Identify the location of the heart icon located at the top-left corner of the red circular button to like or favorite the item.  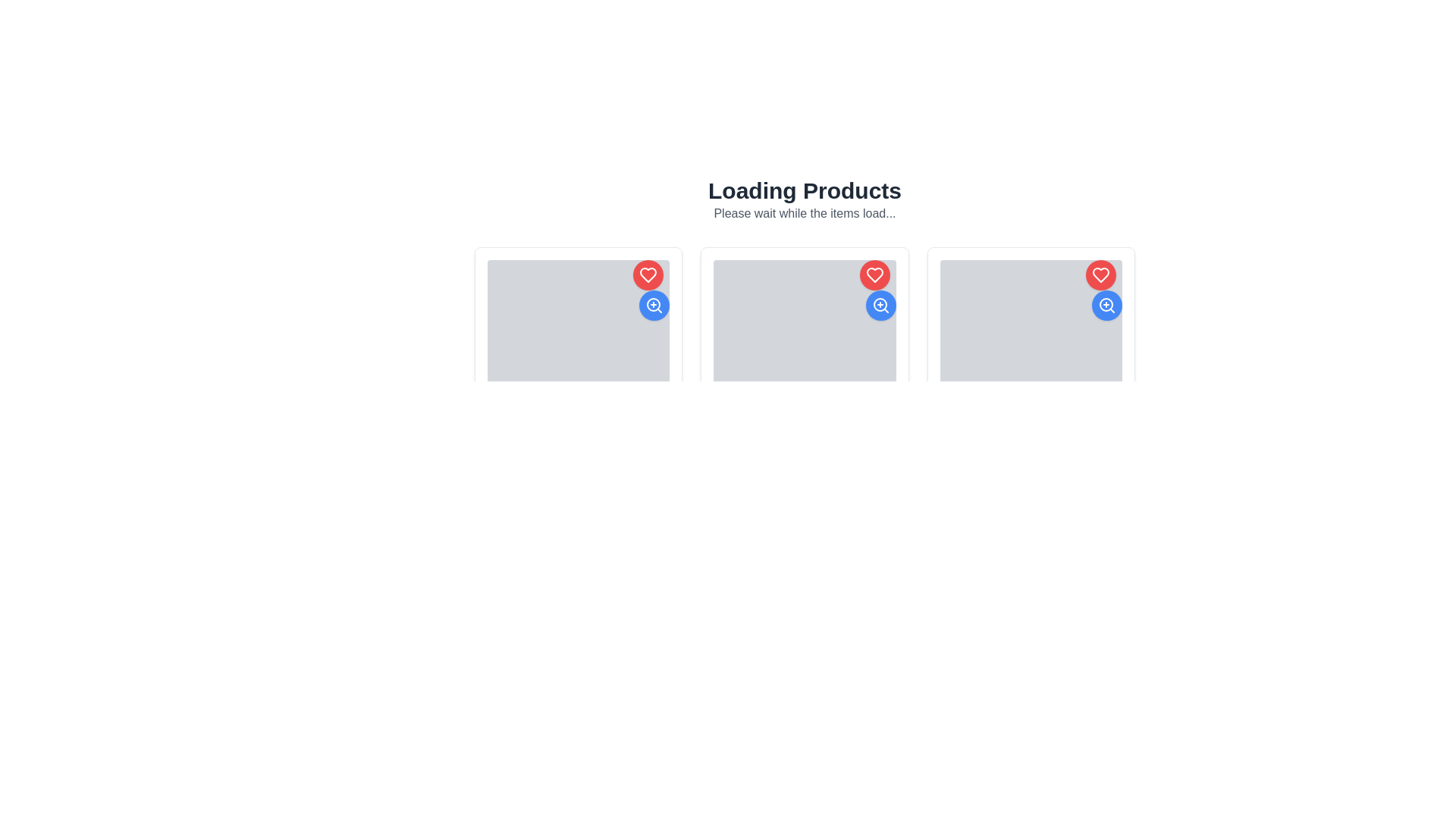
(874, 275).